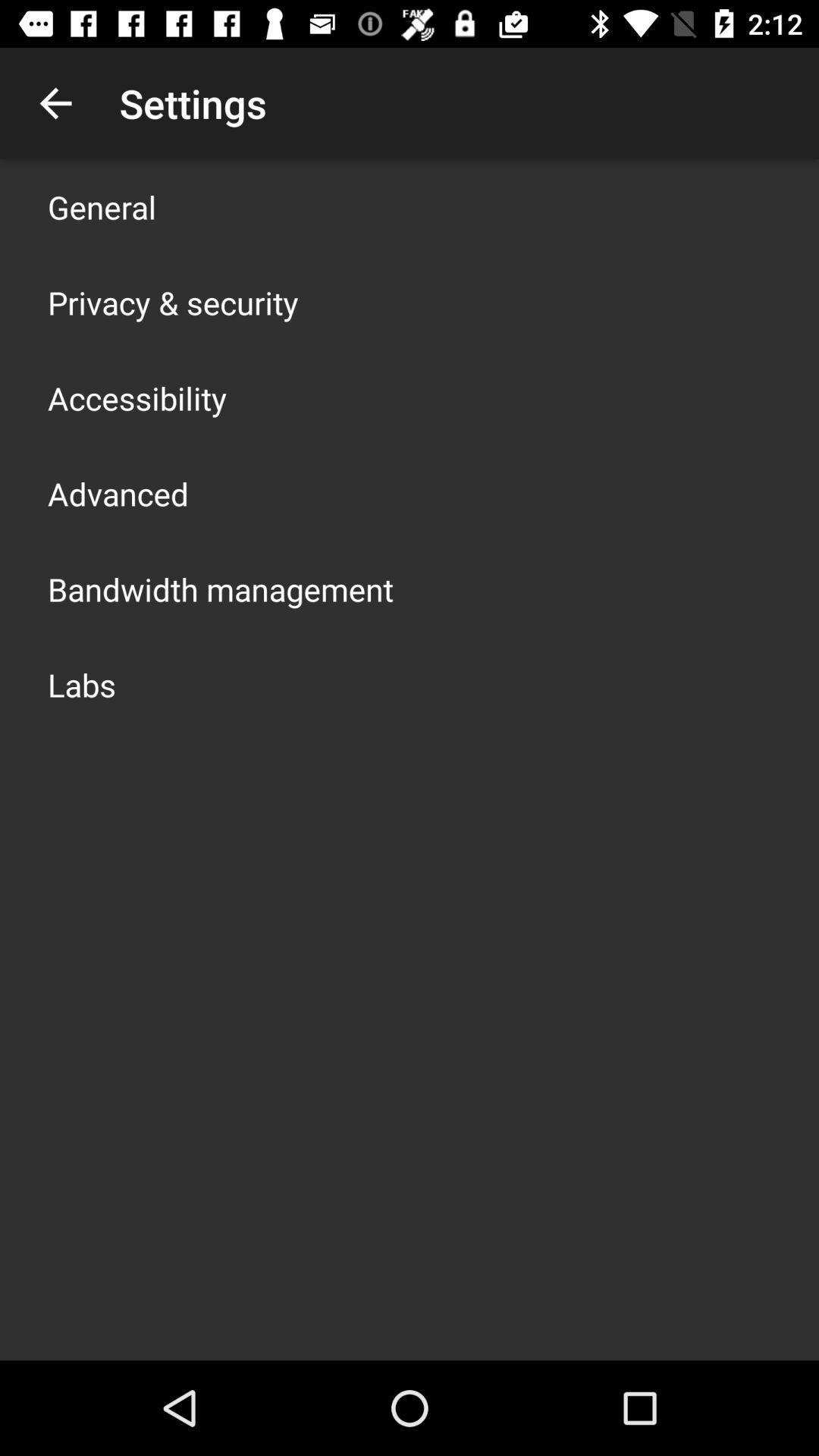 This screenshot has height=1456, width=819. What do you see at coordinates (137, 397) in the screenshot?
I see `accessibility app` at bounding box center [137, 397].